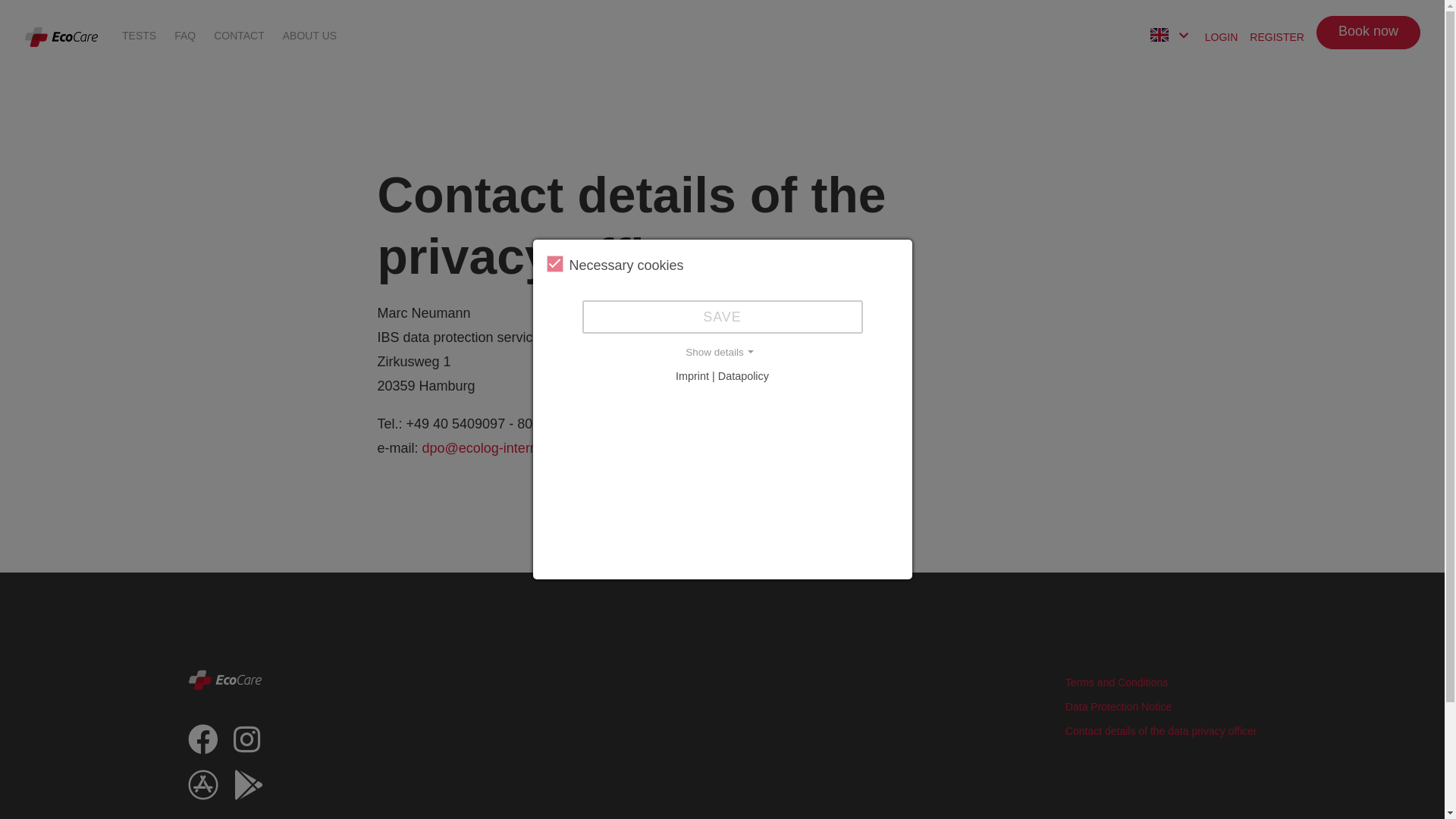 The width and height of the screenshot is (1456, 819). What do you see at coordinates (248, 791) in the screenshot?
I see `'EcoCare Android App'` at bounding box center [248, 791].